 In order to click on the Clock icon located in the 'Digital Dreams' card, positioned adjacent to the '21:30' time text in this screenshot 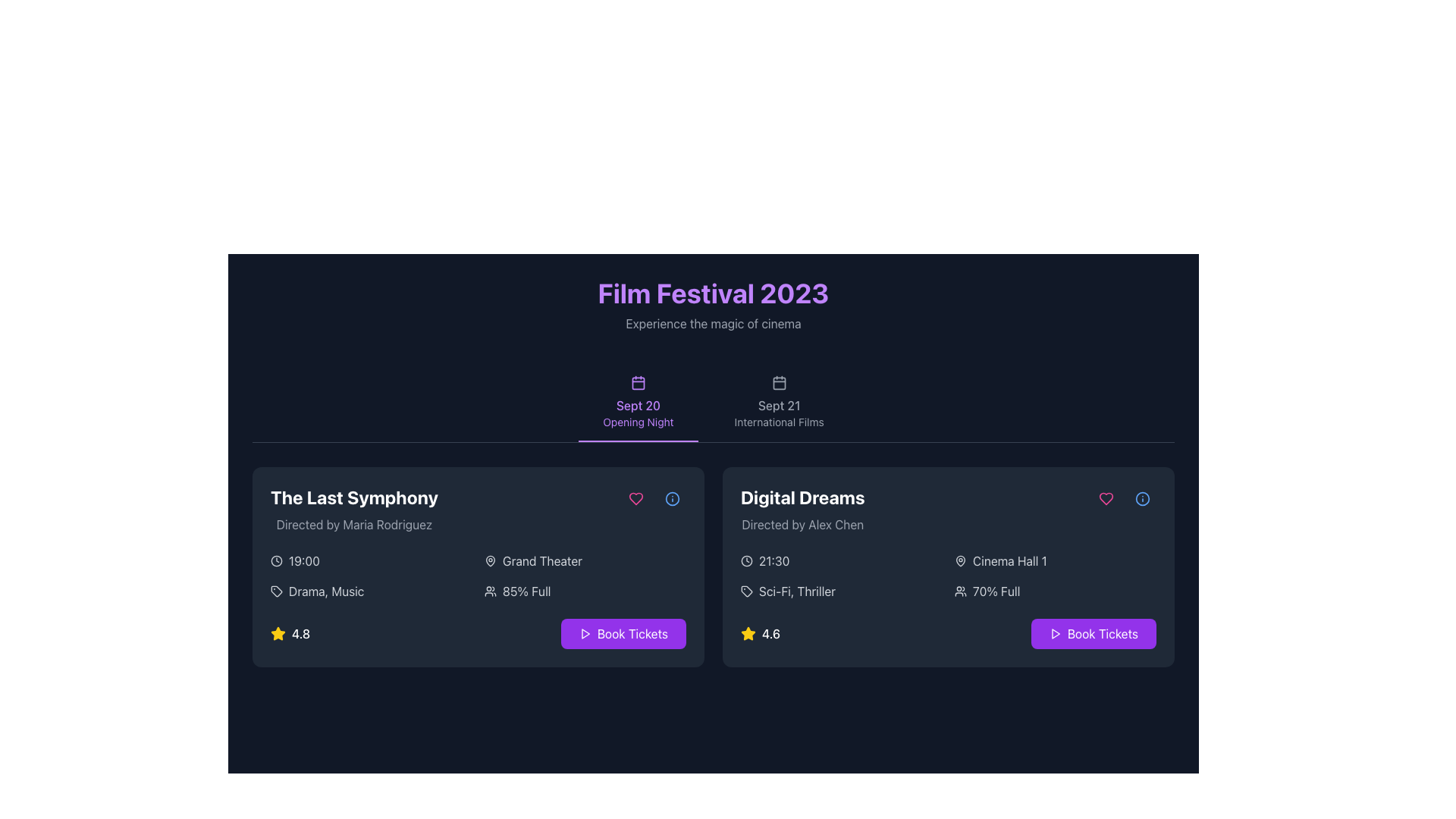, I will do `click(746, 561)`.